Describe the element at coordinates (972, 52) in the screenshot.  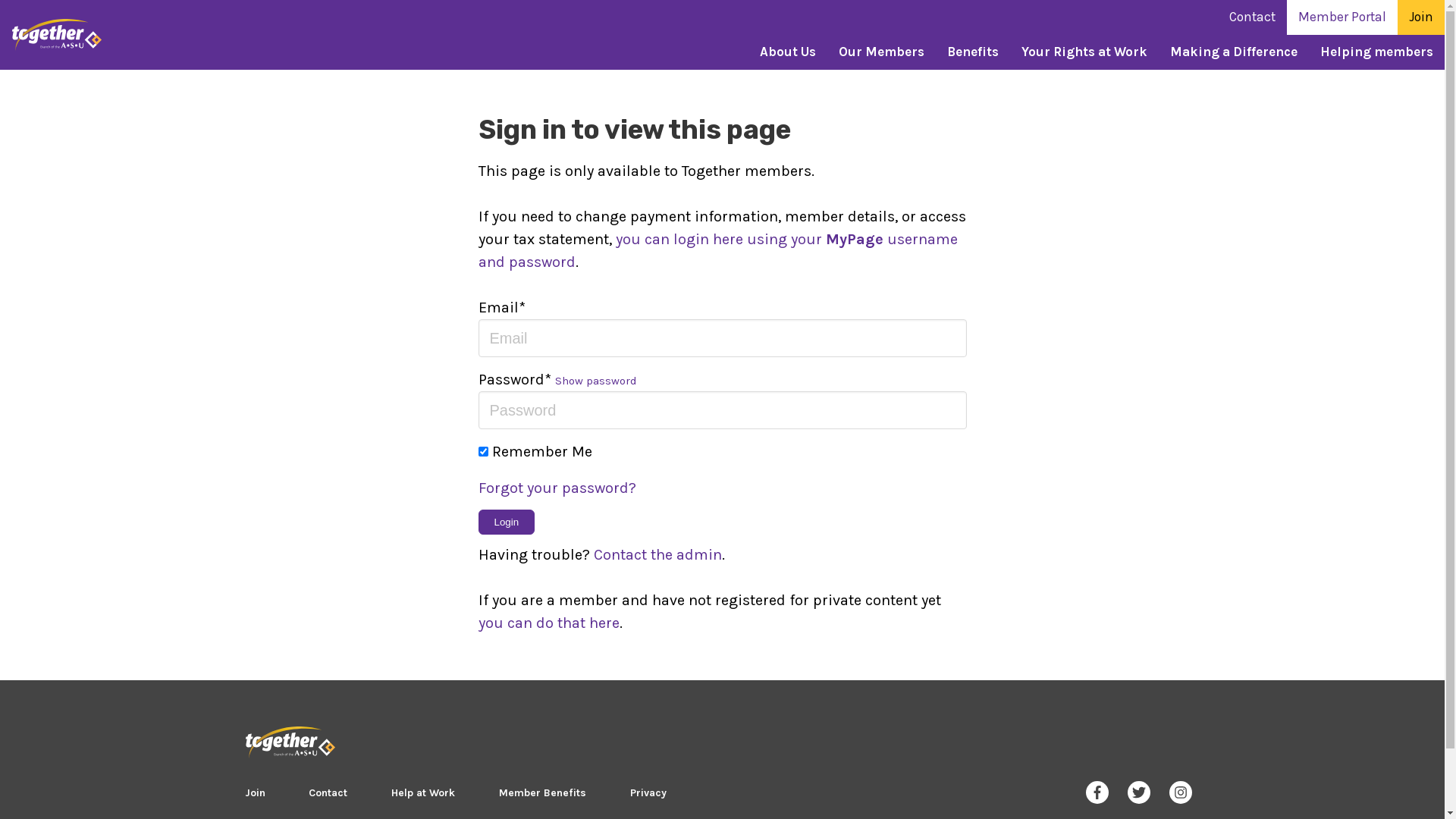
I see `'Benefits'` at that location.